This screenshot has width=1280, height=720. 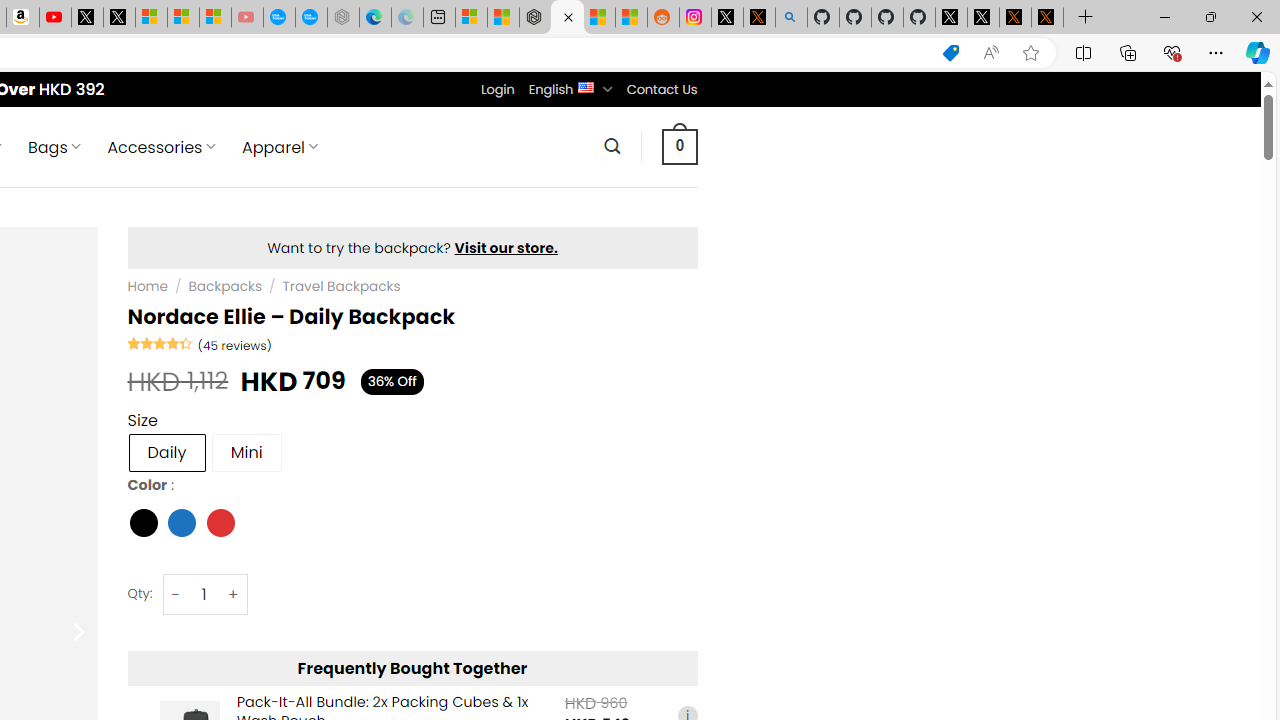 I want to click on 'Day 1: Arriving in Yemen (surreal to be here) - YouTube', so click(x=55, y=17).